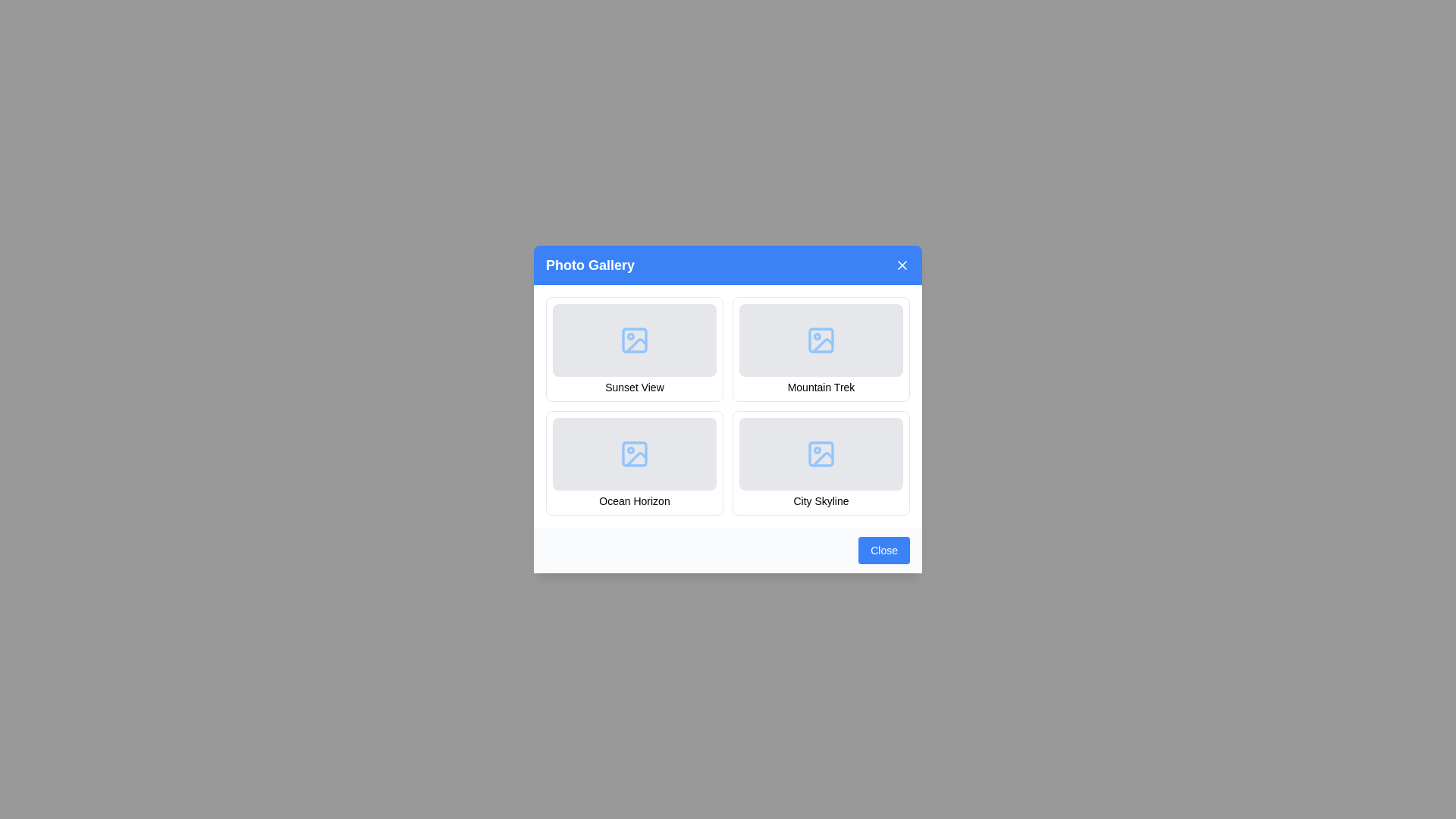  Describe the element at coordinates (634, 453) in the screenshot. I see `the Decorative graphic element in the 'Ocean Horizon' section of the 'Photo Gallery' modal, which is a light blue rectangular shape with rounded corners located in the second row of a four-image grid` at that location.